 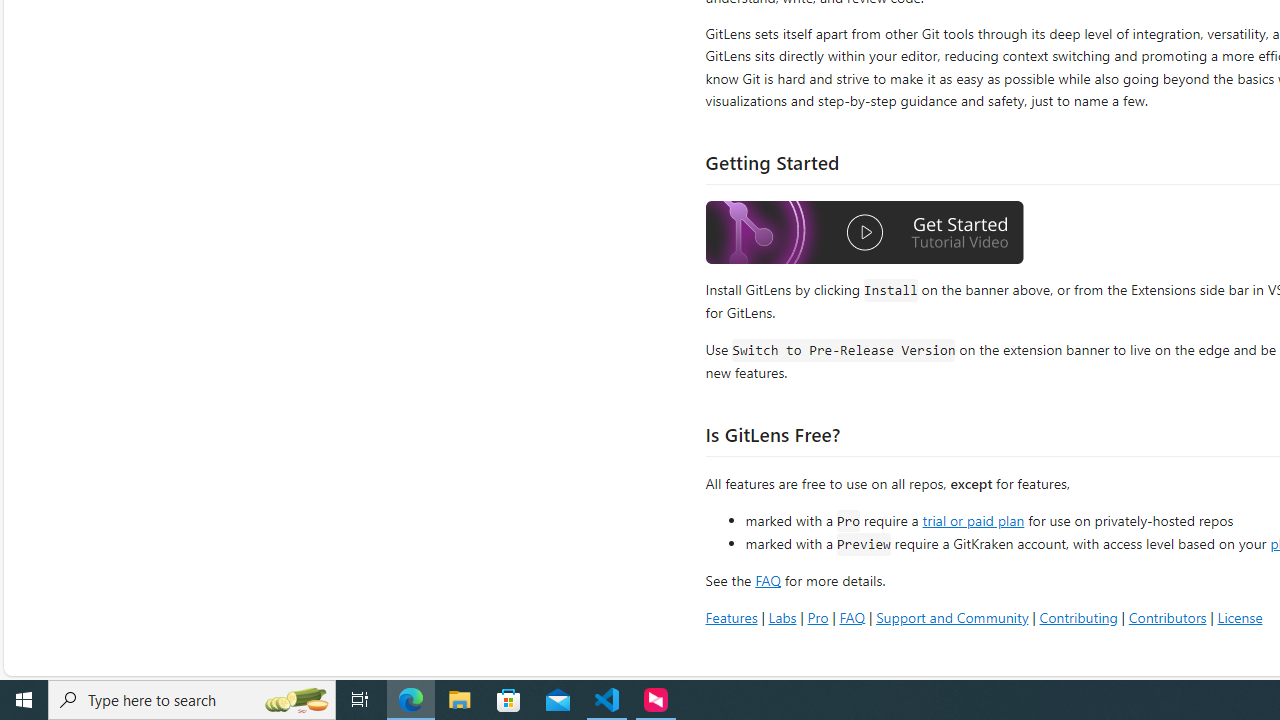 I want to click on 'Support and Community', so click(x=951, y=616).